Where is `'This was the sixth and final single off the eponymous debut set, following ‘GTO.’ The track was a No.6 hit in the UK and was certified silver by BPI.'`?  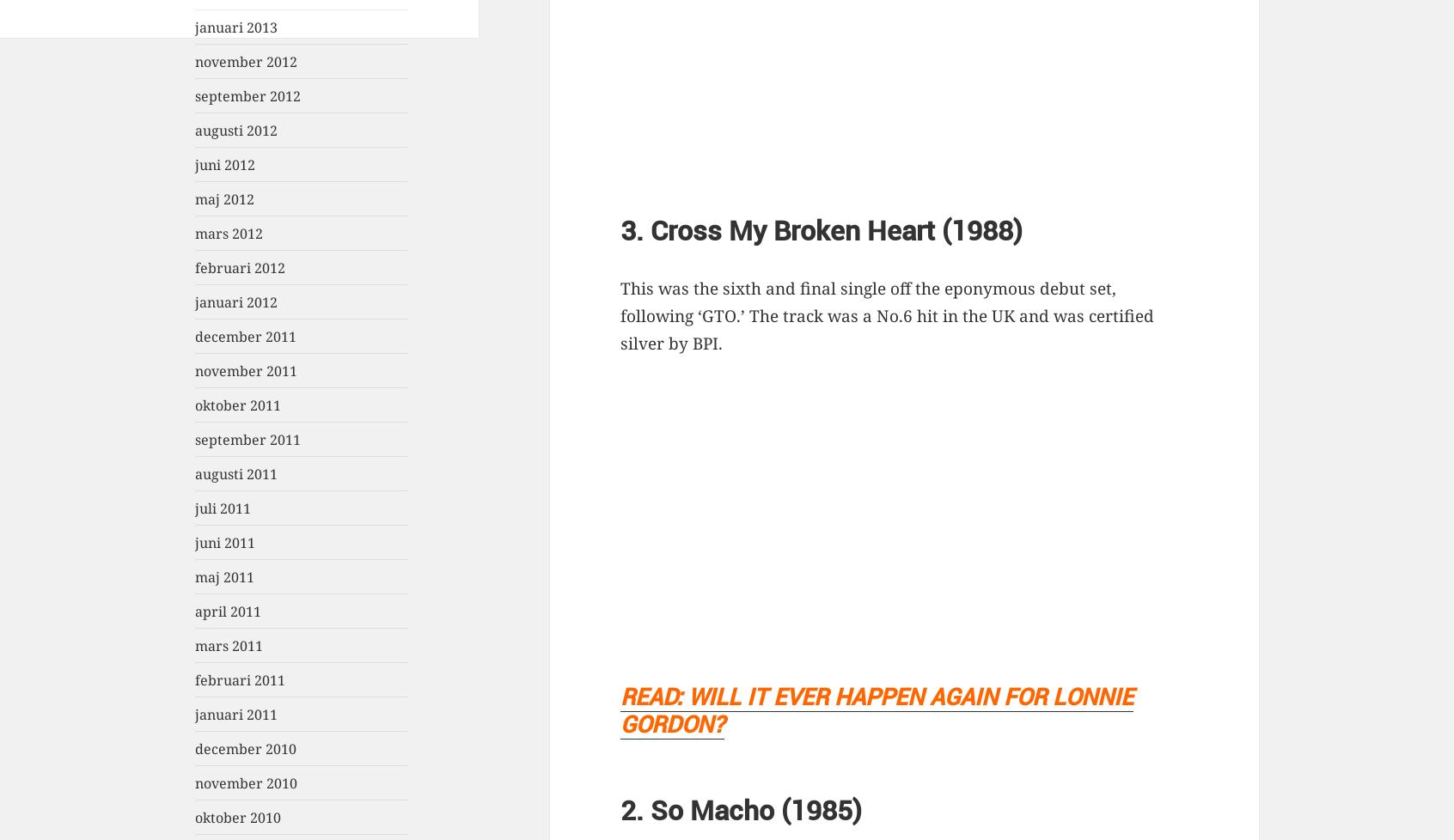
'This was the sixth and final single off the eponymous debut set, following ‘GTO.’ The track was a No.6 hit in the UK and was certified silver by BPI.' is located at coordinates (886, 314).